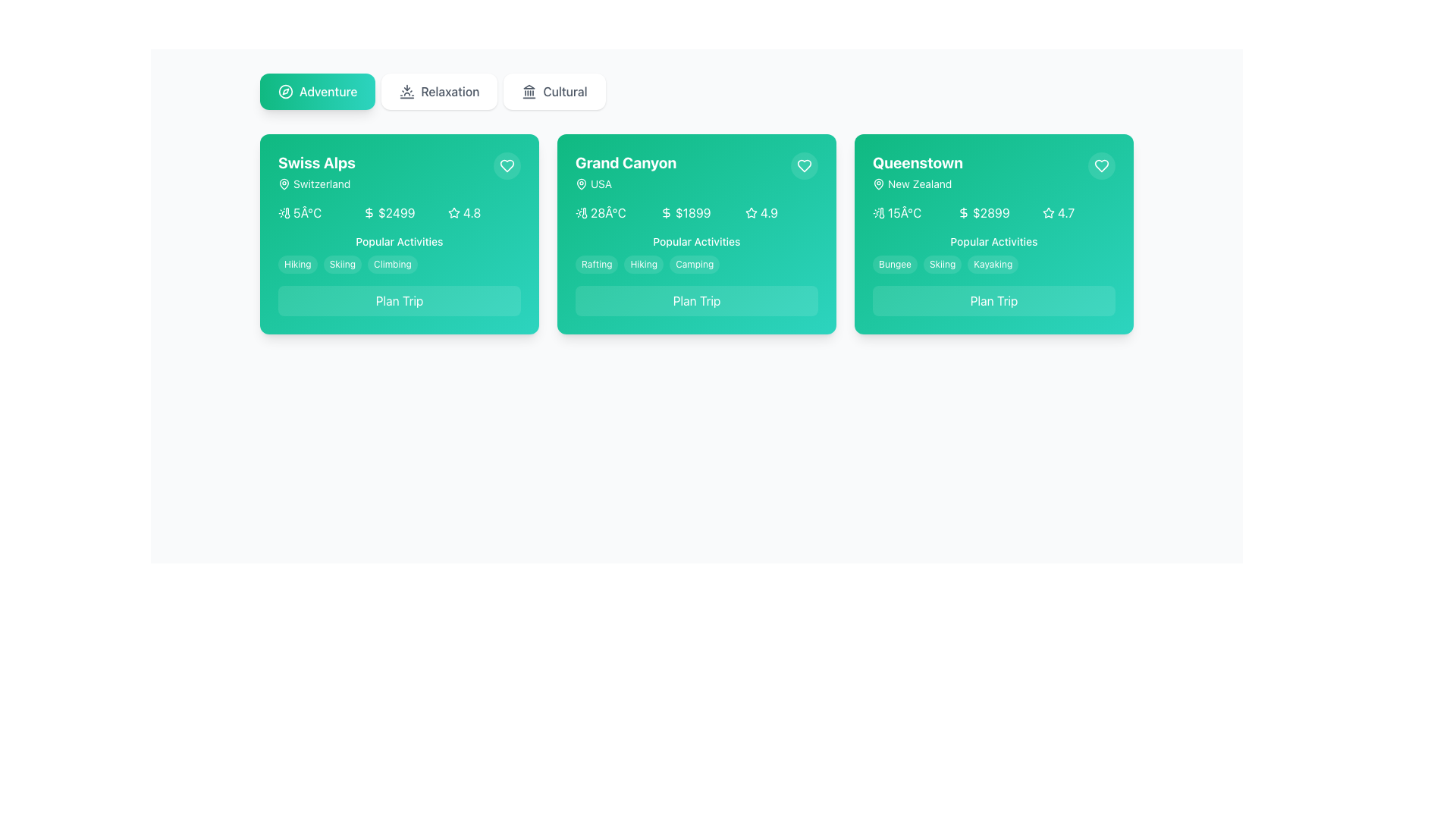 This screenshot has width=1456, height=819. What do you see at coordinates (507, 166) in the screenshot?
I see `the circular button with a heart icon located at the top-right corner of the 'Swiss Alps' card` at bounding box center [507, 166].